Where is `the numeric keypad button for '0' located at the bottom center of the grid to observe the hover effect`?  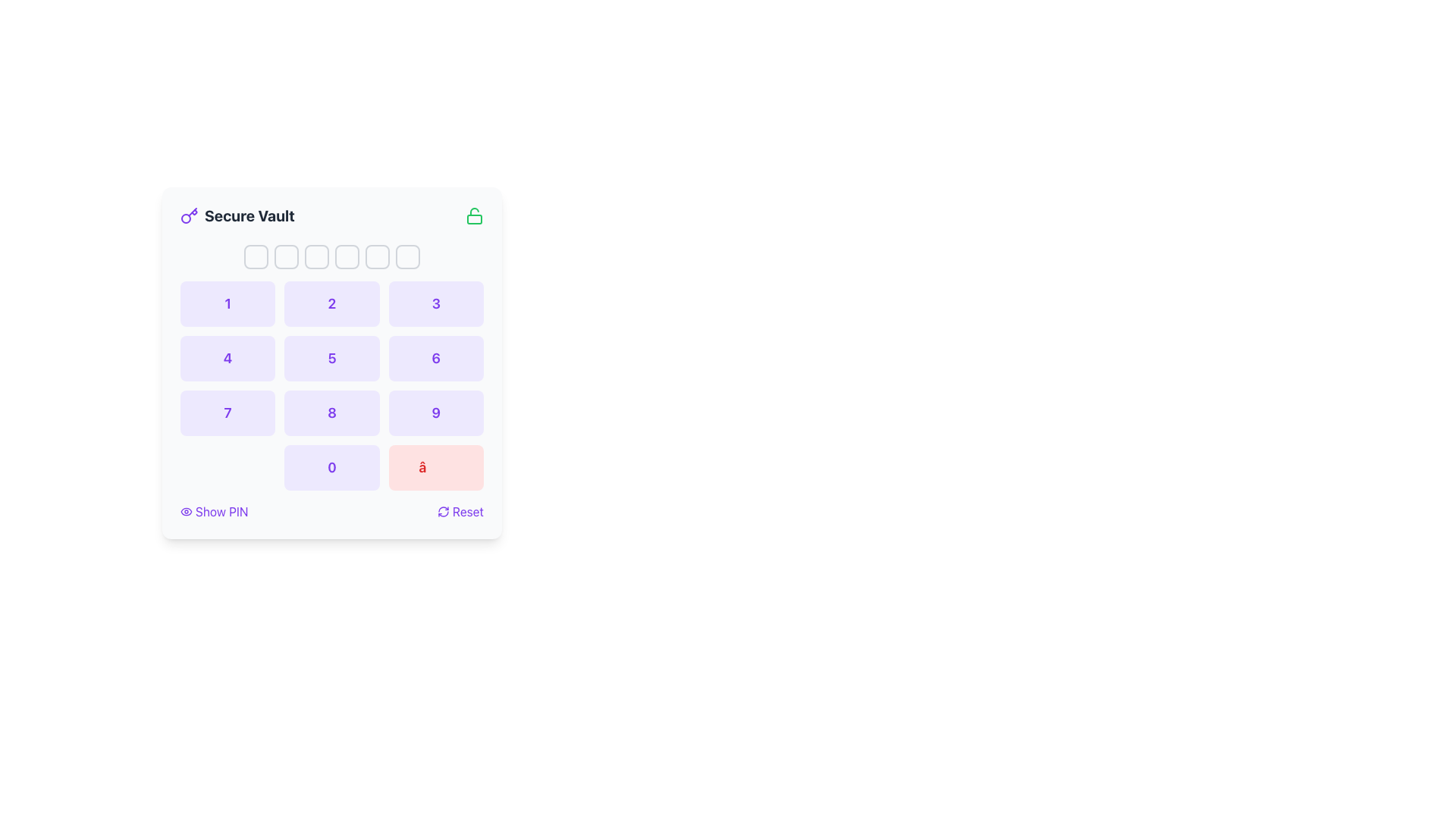
the numeric keypad button for '0' located at the bottom center of the grid to observe the hover effect is located at coordinates (331, 467).